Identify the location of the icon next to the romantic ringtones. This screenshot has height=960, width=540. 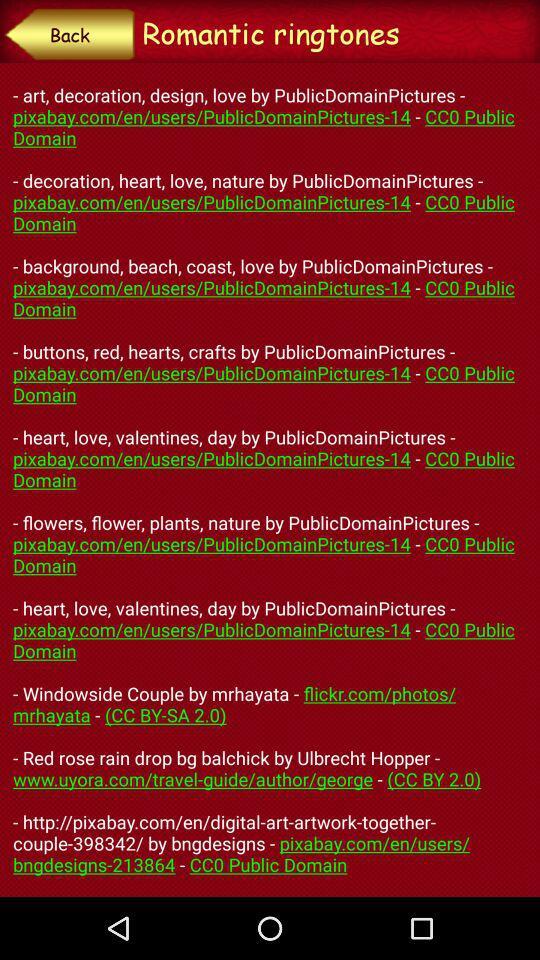
(68, 33).